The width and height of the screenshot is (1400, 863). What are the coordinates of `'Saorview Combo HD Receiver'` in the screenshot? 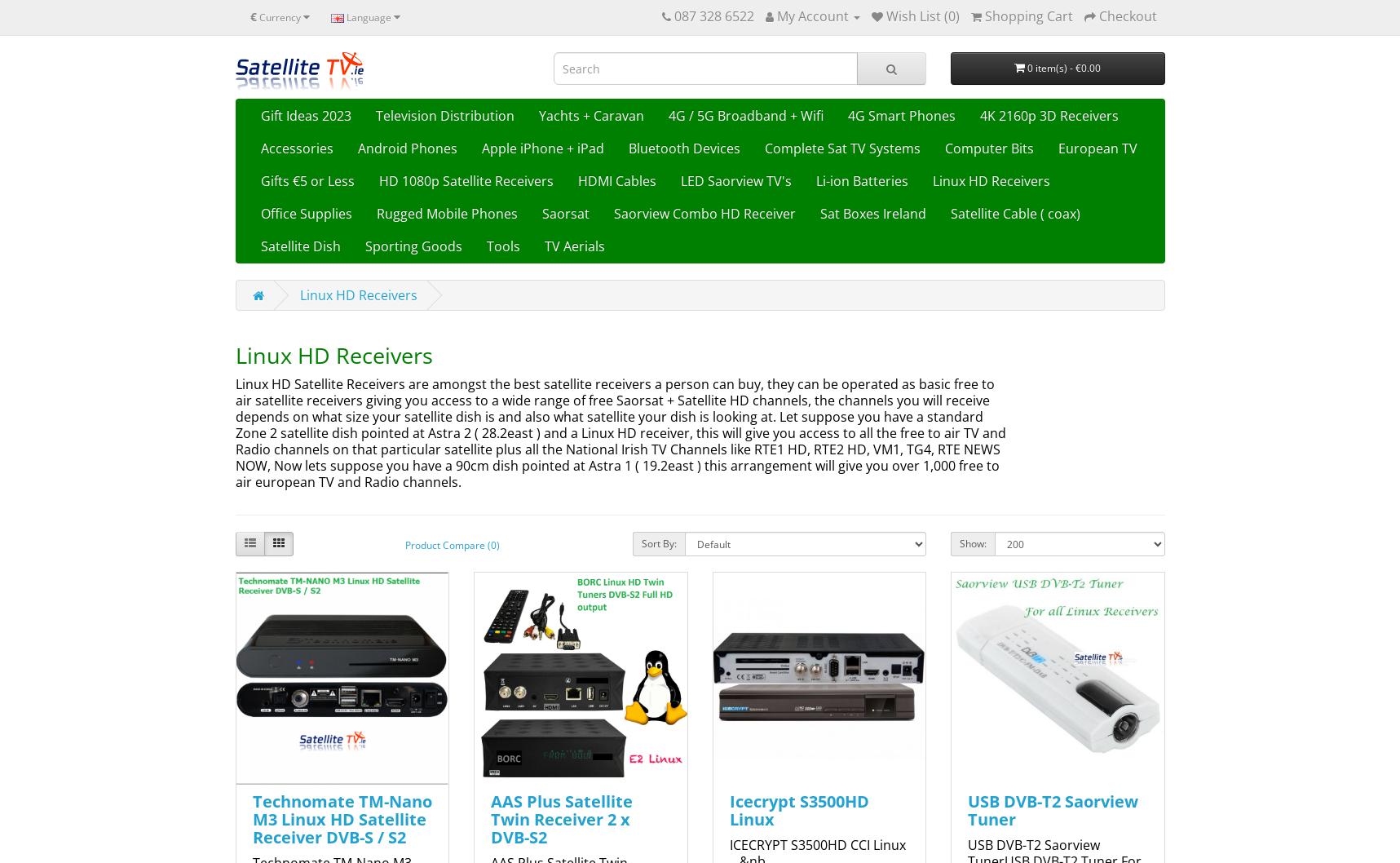 It's located at (704, 213).